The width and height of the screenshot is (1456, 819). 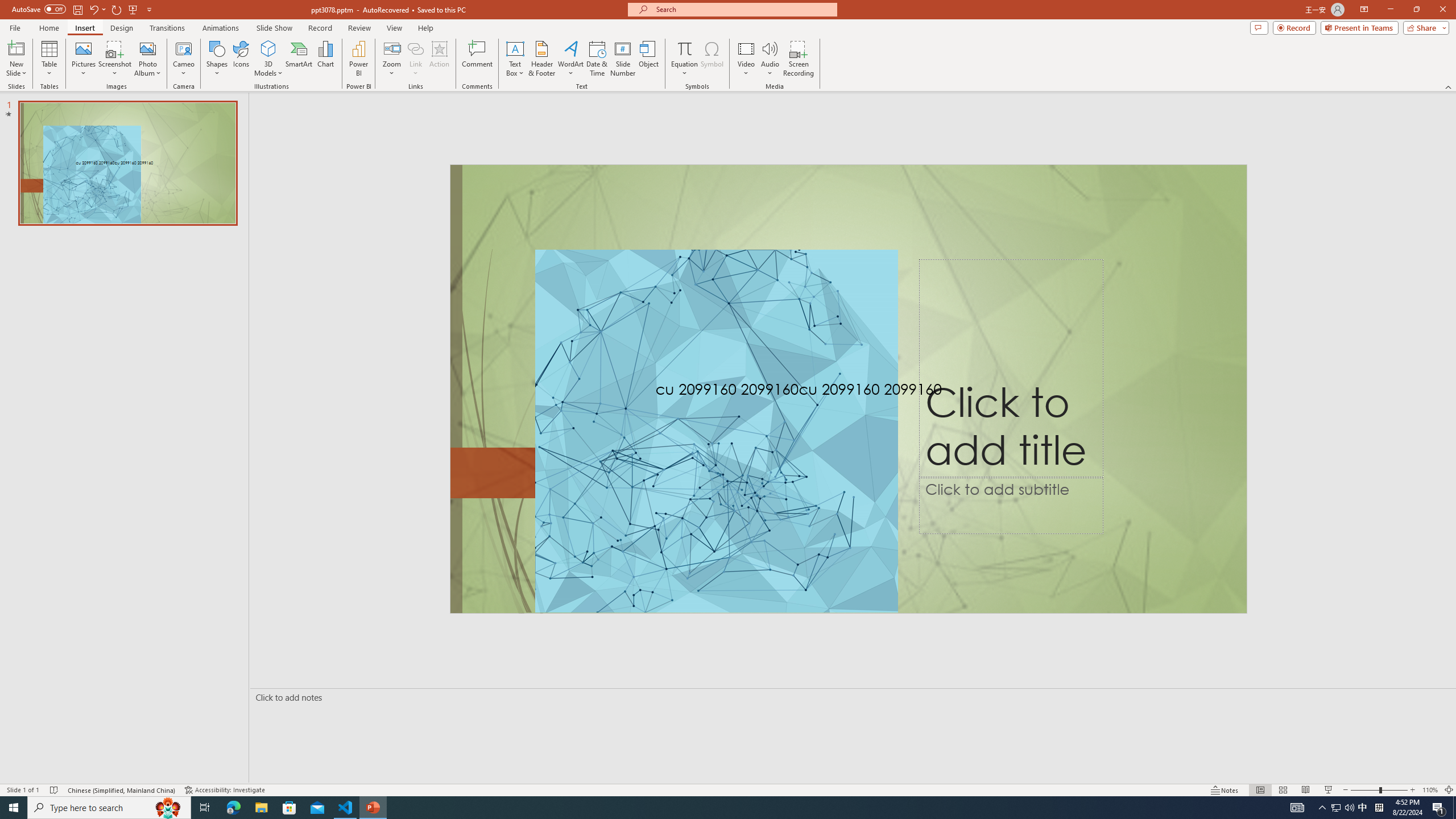 I want to click on 'Pictures', so click(x=83, y=59).